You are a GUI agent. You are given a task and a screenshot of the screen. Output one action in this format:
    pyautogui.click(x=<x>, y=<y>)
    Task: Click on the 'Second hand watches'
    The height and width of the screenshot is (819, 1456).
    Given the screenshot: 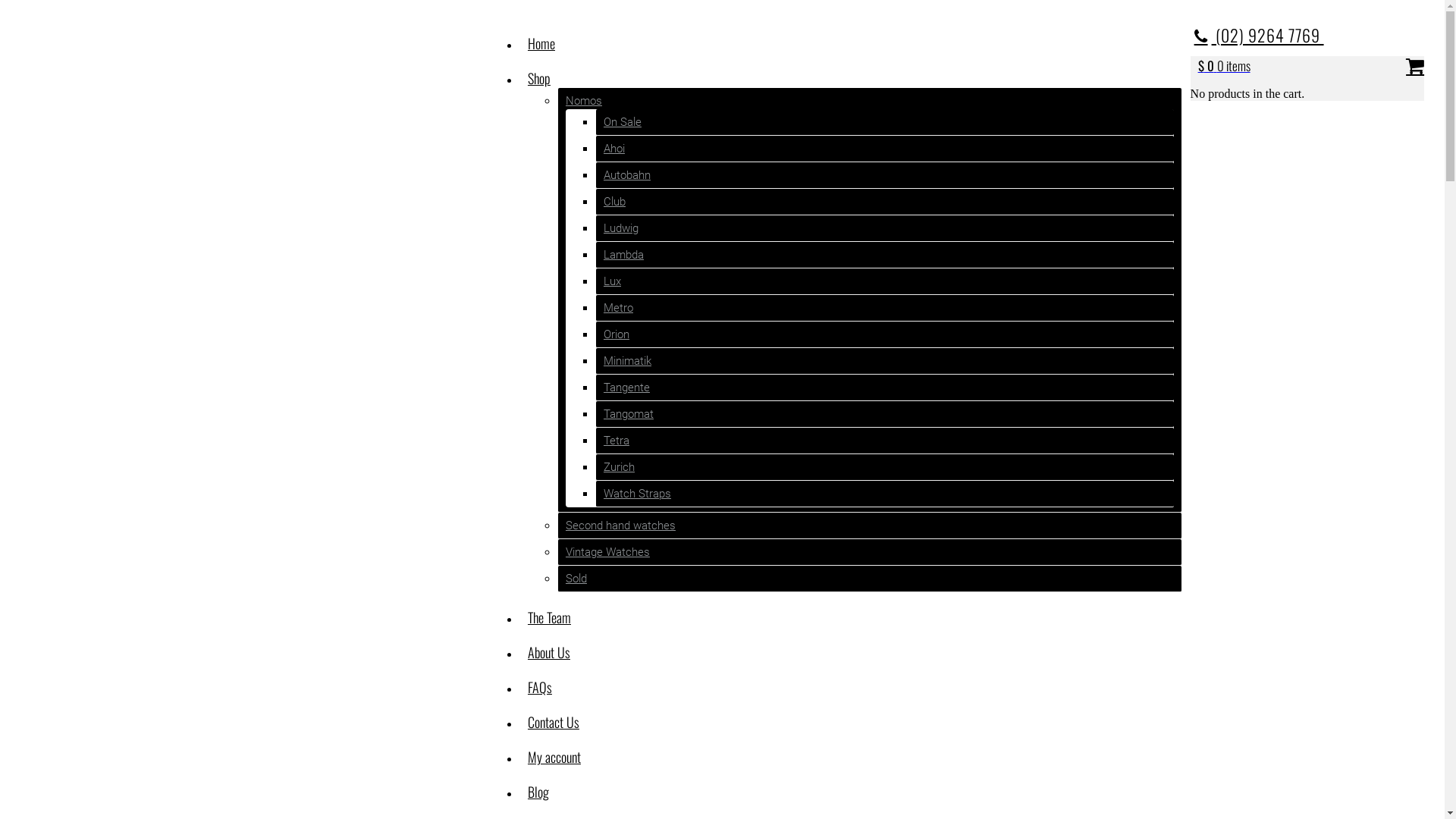 What is the action you would take?
    pyautogui.click(x=620, y=525)
    